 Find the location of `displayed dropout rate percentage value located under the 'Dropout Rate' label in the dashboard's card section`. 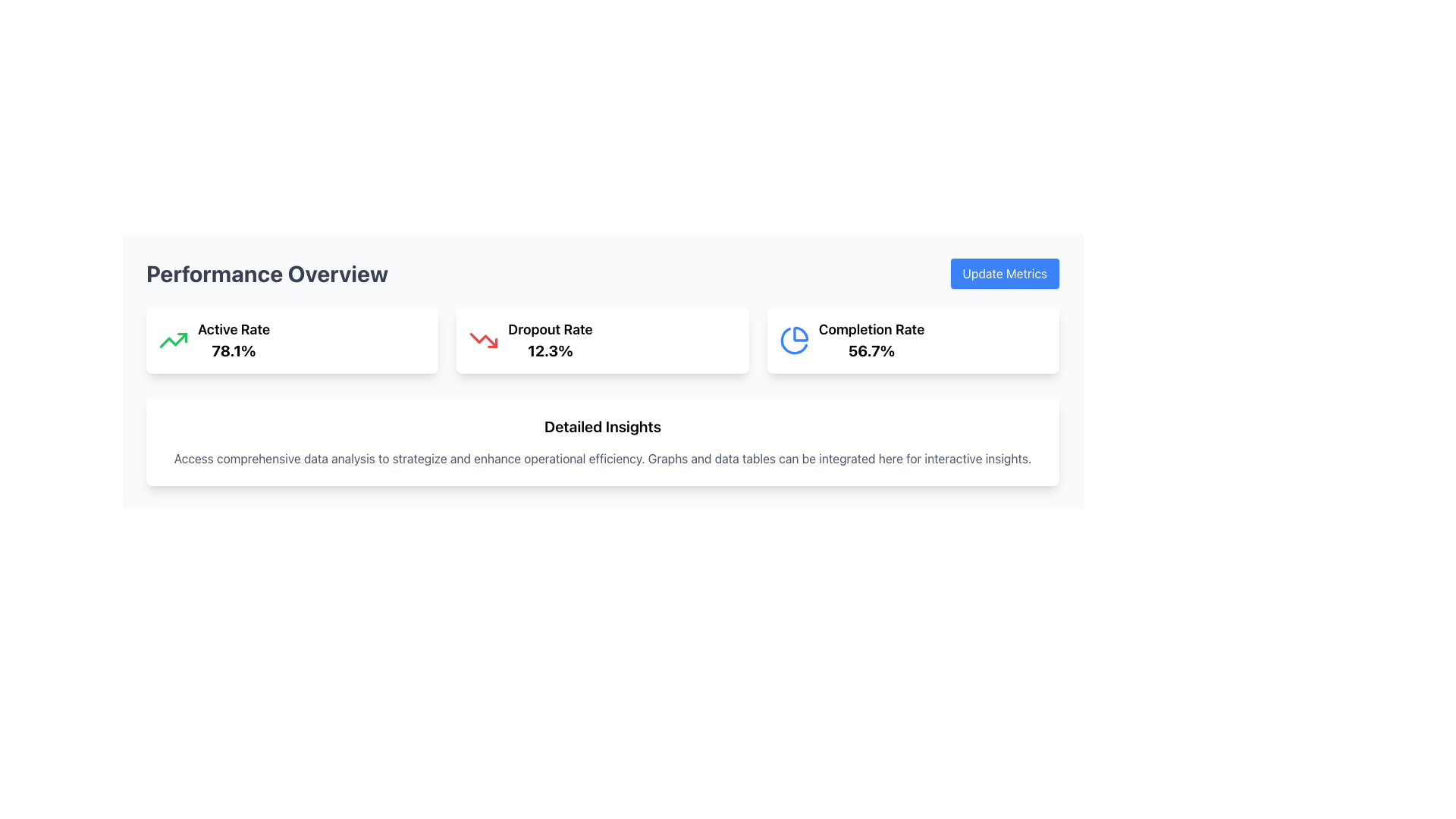

displayed dropout rate percentage value located under the 'Dropout Rate' label in the dashboard's card section is located at coordinates (549, 350).